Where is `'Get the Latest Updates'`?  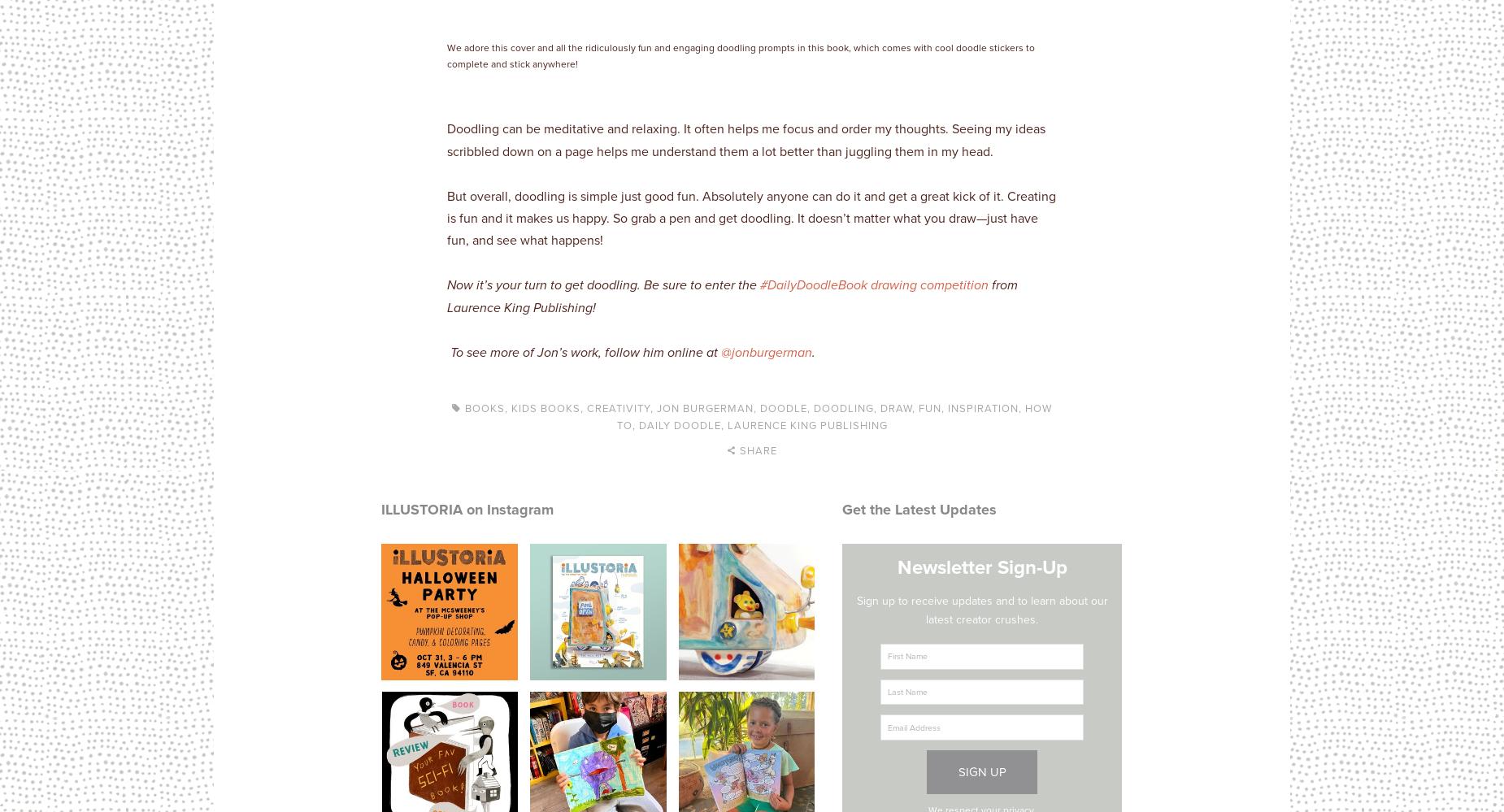
'Get the Latest Updates' is located at coordinates (841, 508).